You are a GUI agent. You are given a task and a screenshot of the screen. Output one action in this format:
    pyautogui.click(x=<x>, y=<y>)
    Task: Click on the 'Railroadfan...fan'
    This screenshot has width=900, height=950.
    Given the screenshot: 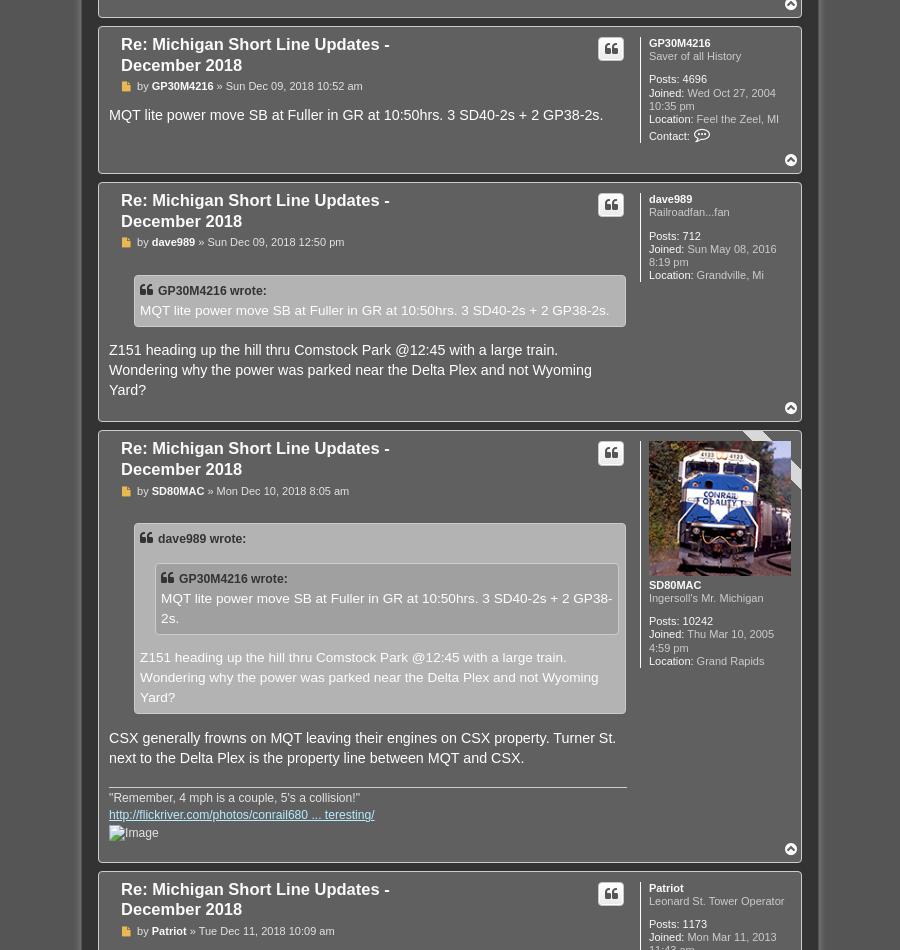 What is the action you would take?
    pyautogui.click(x=687, y=212)
    